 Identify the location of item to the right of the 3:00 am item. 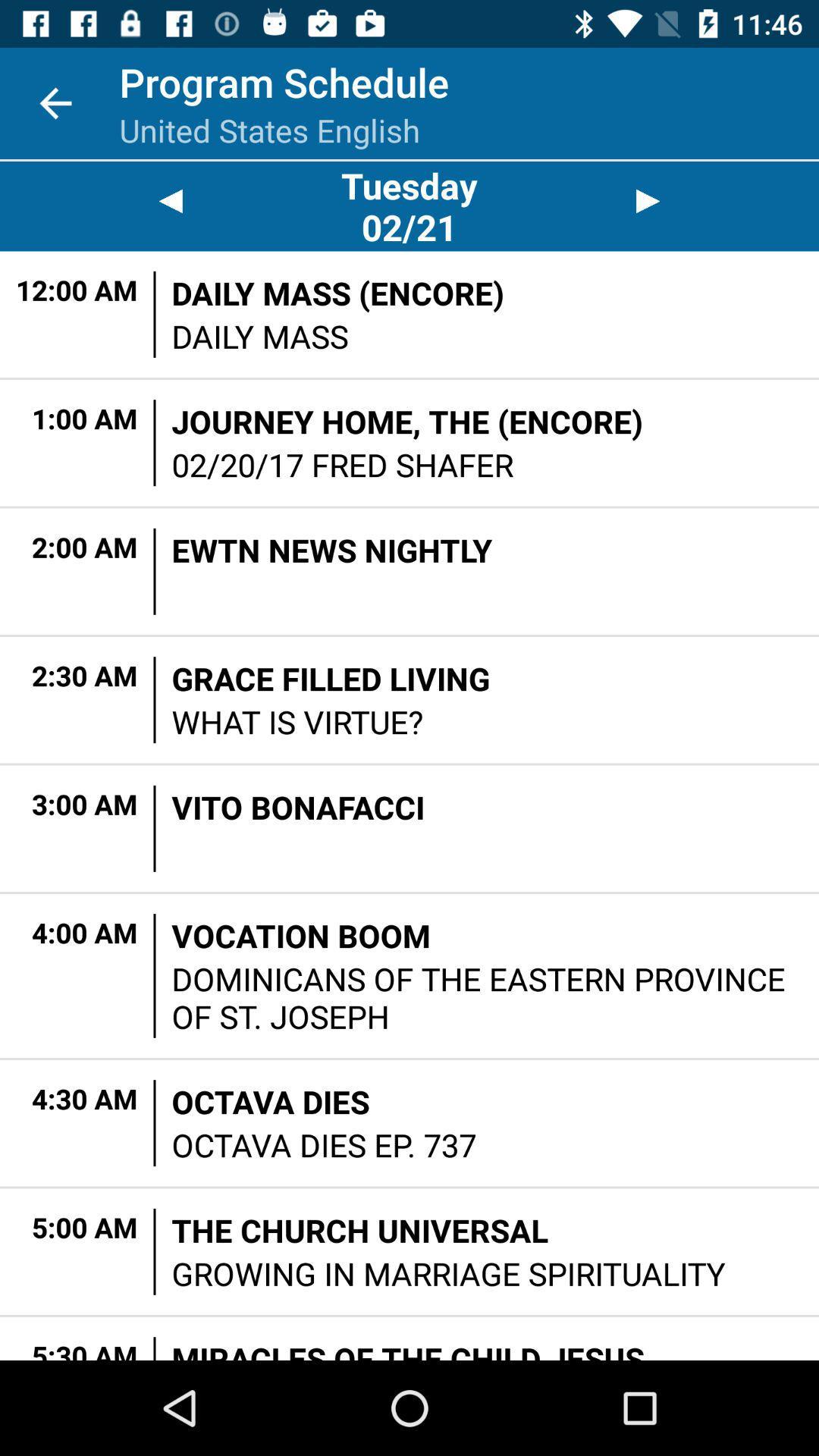
(155, 827).